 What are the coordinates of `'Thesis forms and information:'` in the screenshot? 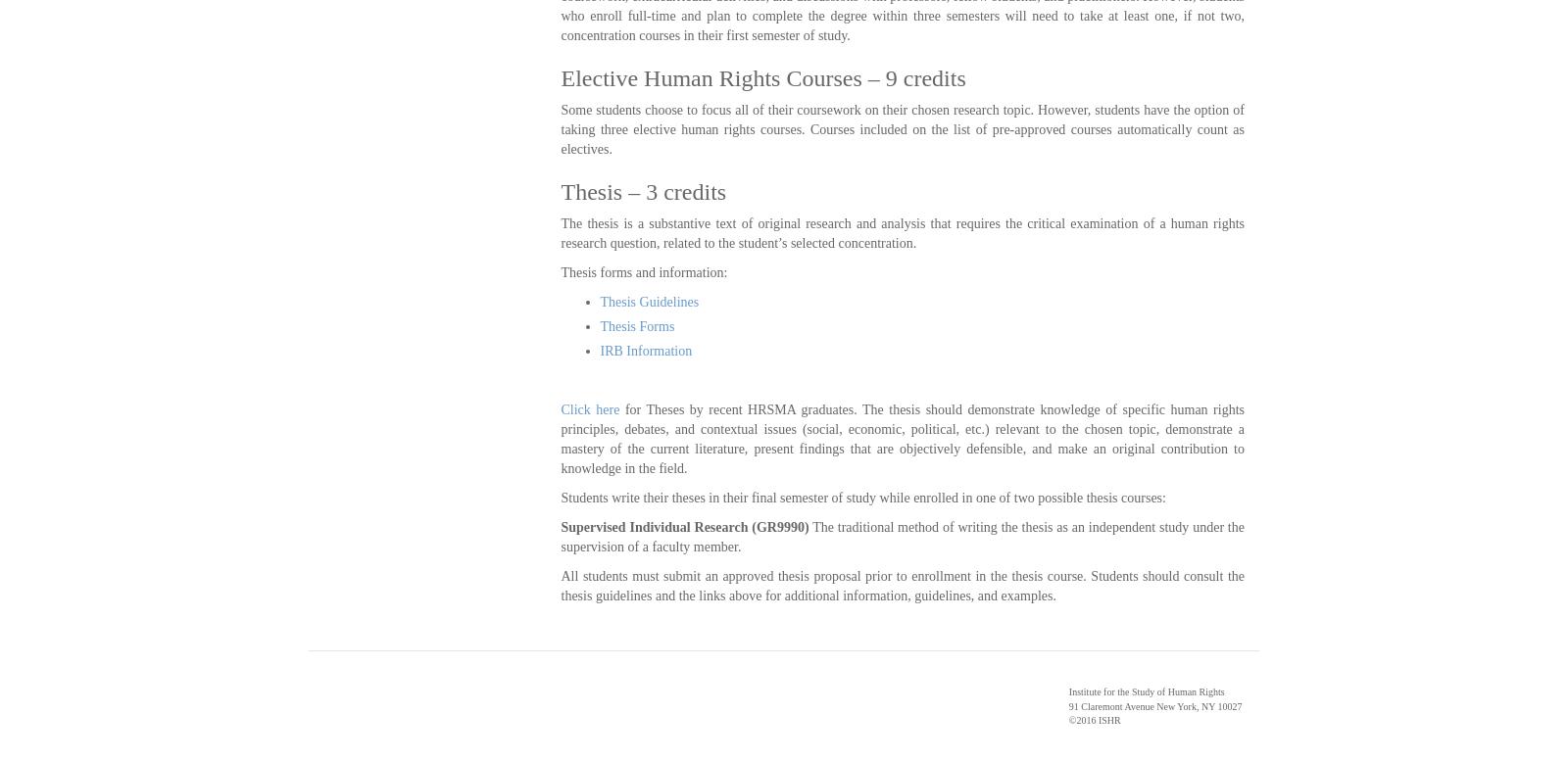 It's located at (560, 272).